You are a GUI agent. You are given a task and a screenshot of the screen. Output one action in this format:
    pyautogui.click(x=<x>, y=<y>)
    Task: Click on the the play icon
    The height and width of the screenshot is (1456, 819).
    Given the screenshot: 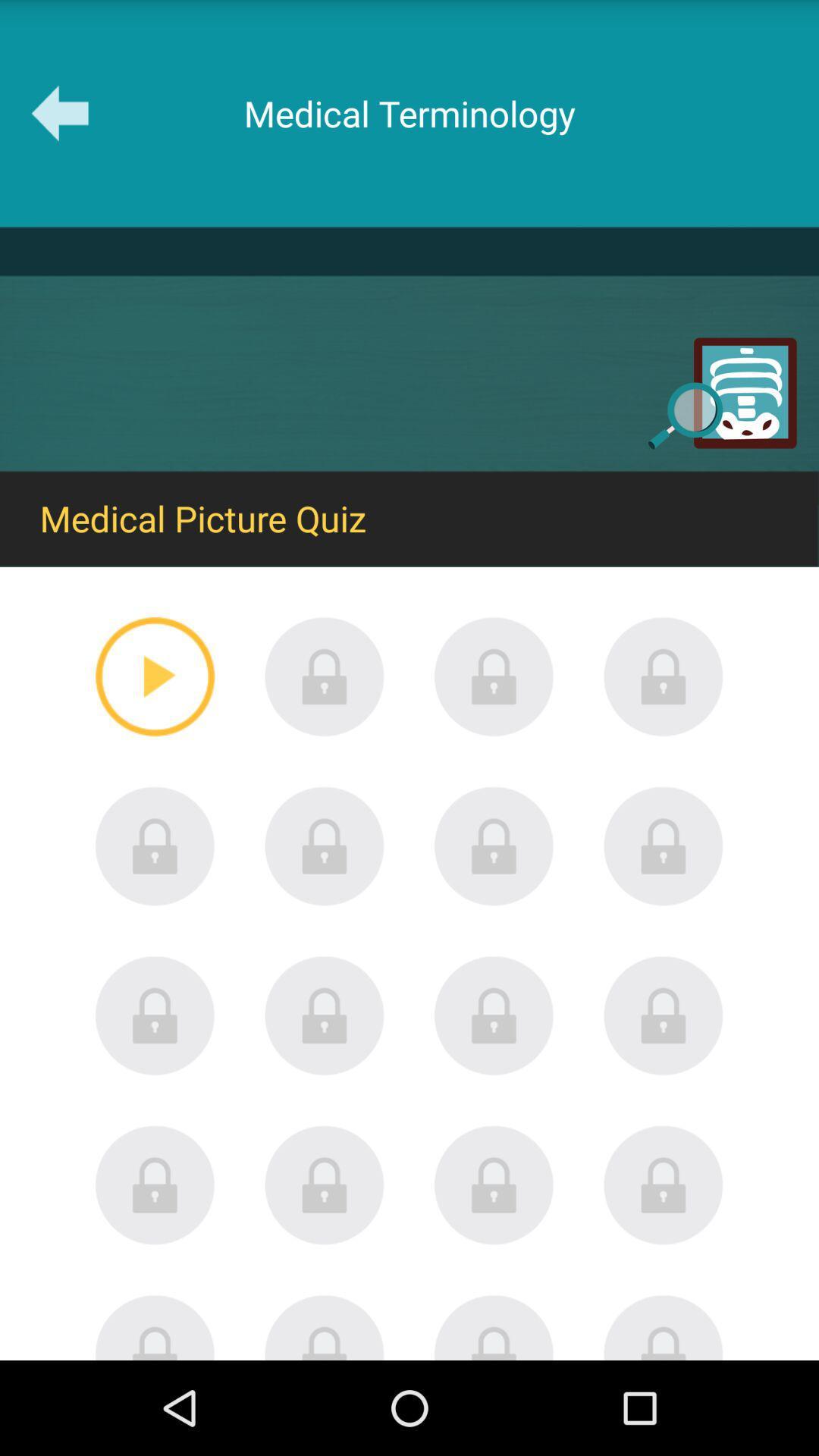 What is the action you would take?
    pyautogui.click(x=155, y=723)
    